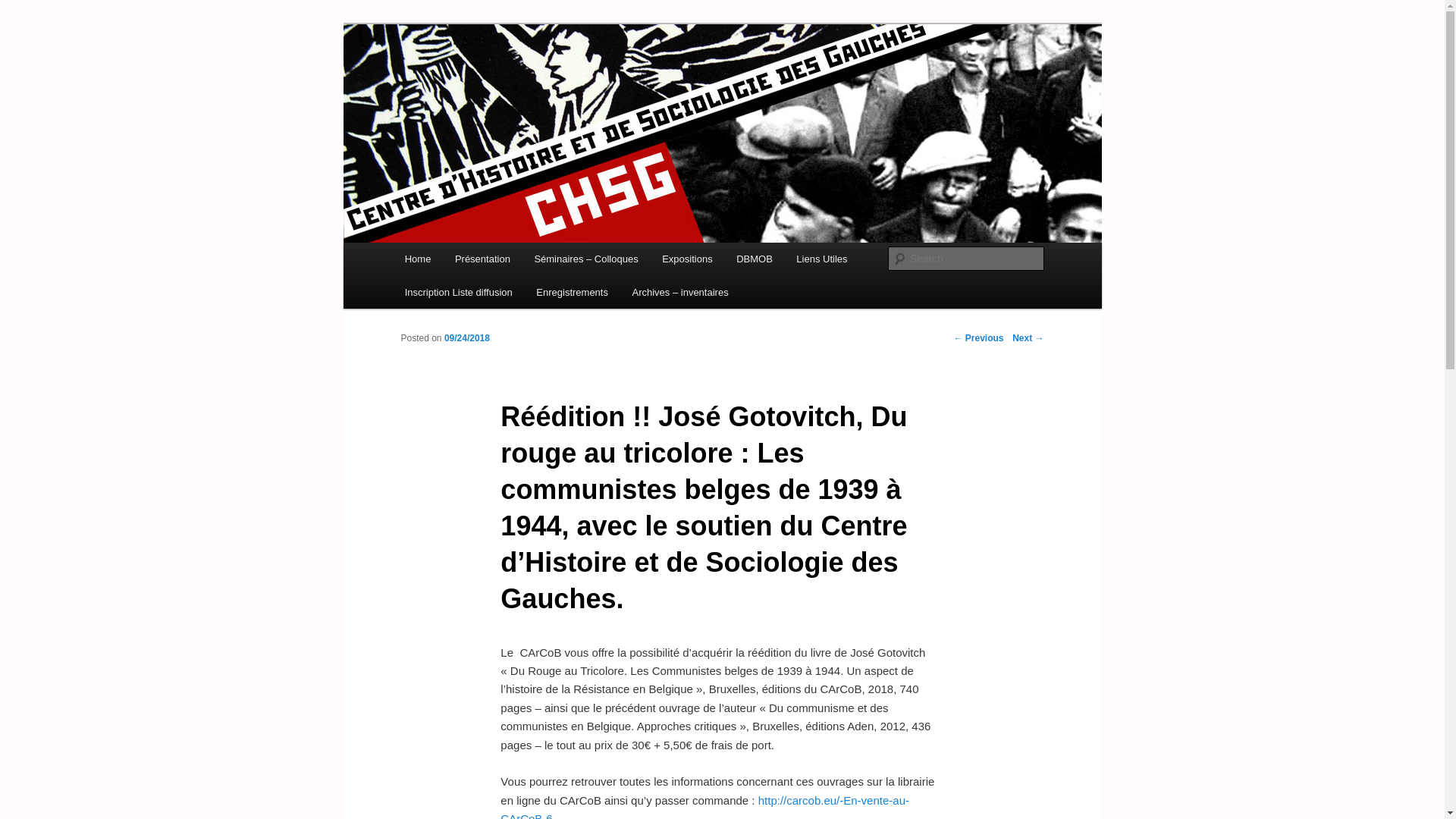 This screenshot has height=819, width=1456. What do you see at coordinates (686, 258) in the screenshot?
I see `'Expositions'` at bounding box center [686, 258].